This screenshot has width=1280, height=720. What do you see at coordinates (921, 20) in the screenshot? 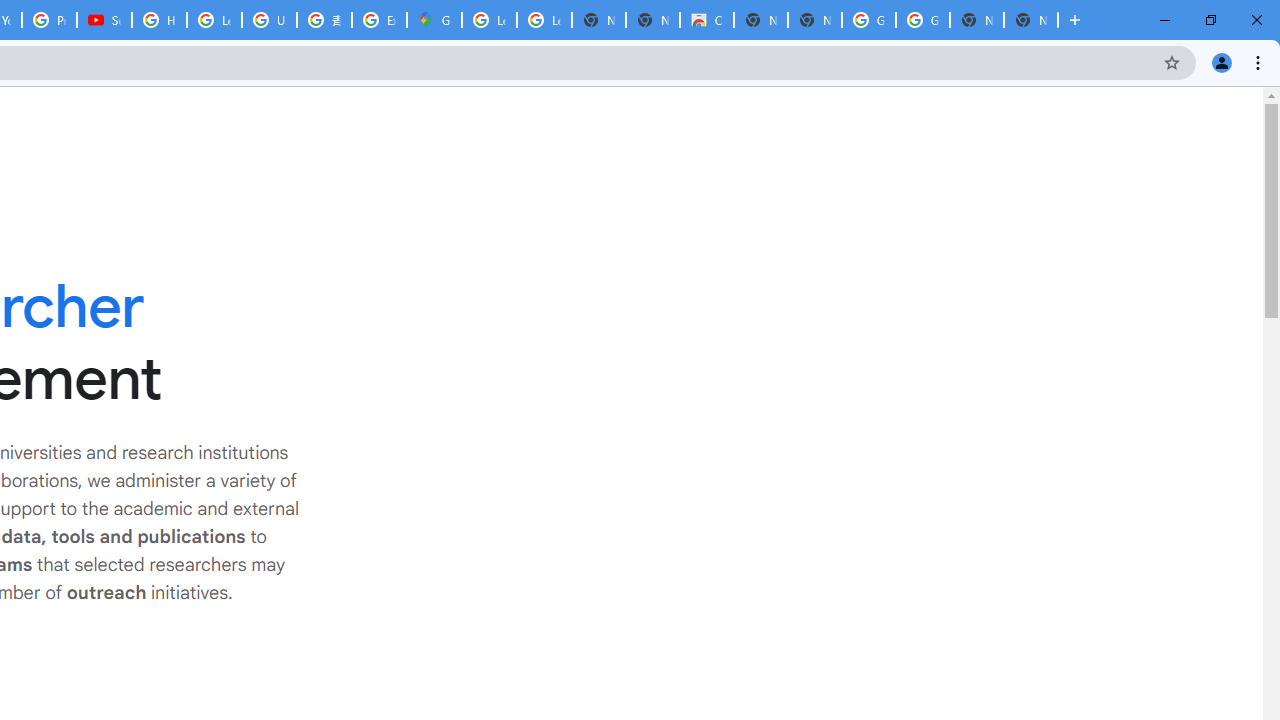
I see `'Google Images'` at bounding box center [921, 20].